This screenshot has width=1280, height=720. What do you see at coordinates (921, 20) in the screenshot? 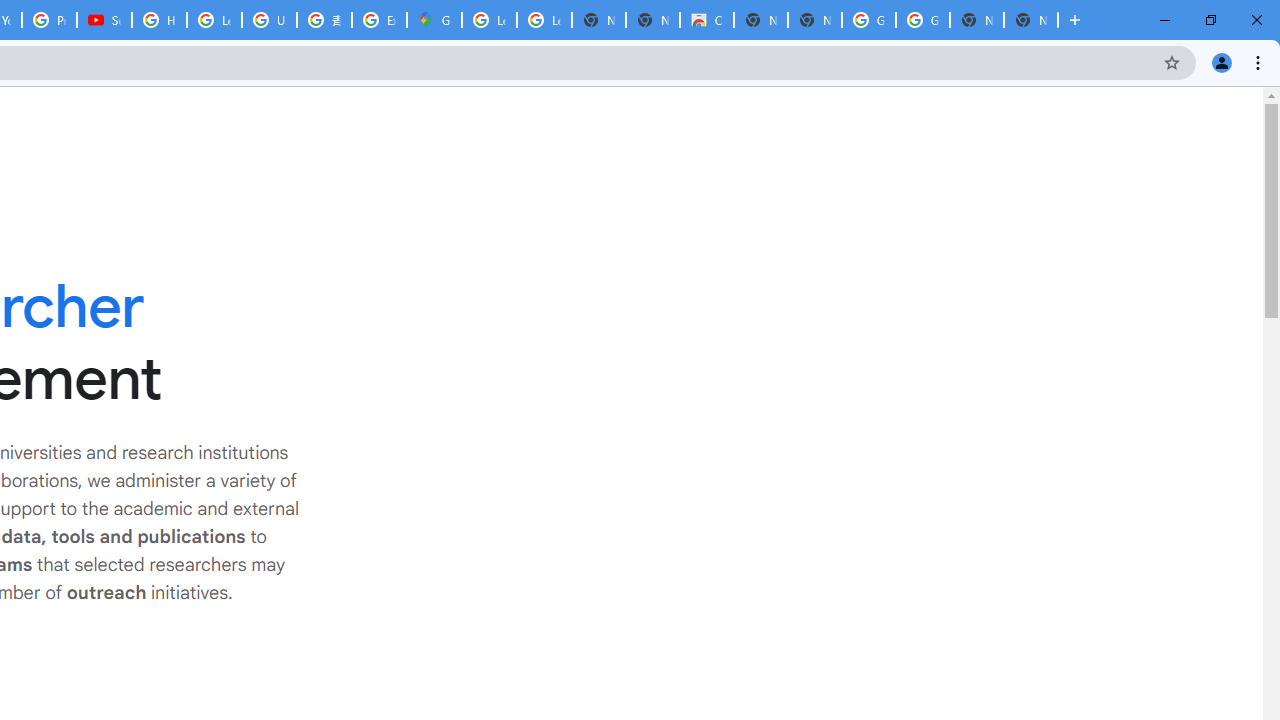
I see `'Google Images'` at bounding box center [921, 20].